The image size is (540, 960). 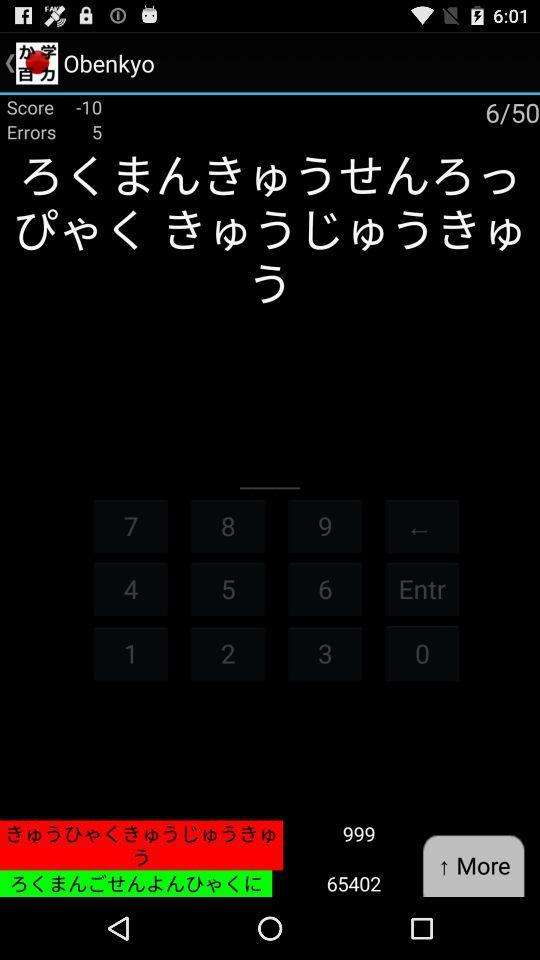 I want to click on item next to 5 item, so click(x=130, y=652).